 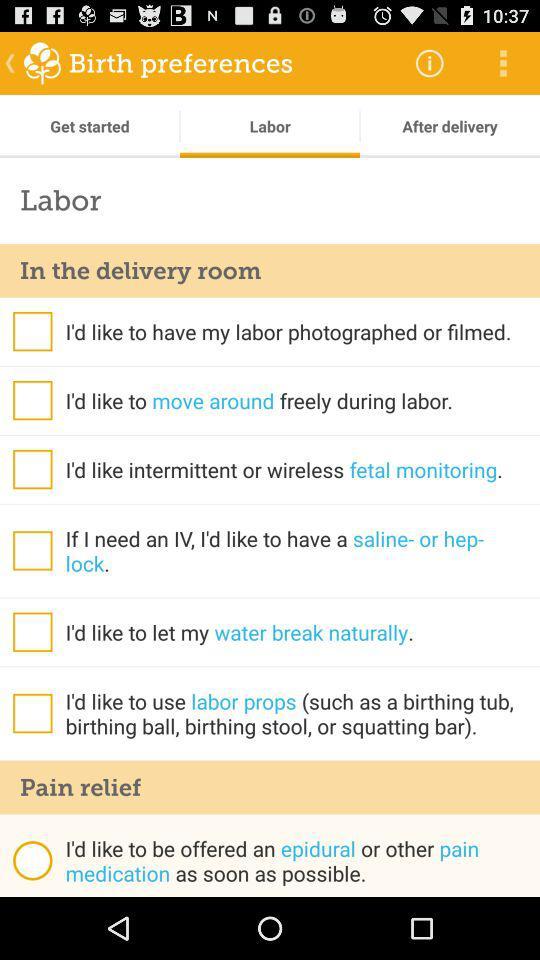 What do you see at coordinates (270, 269) in the screenshot?
I see `the in the delivery icon` at bounding box center [270, 269].